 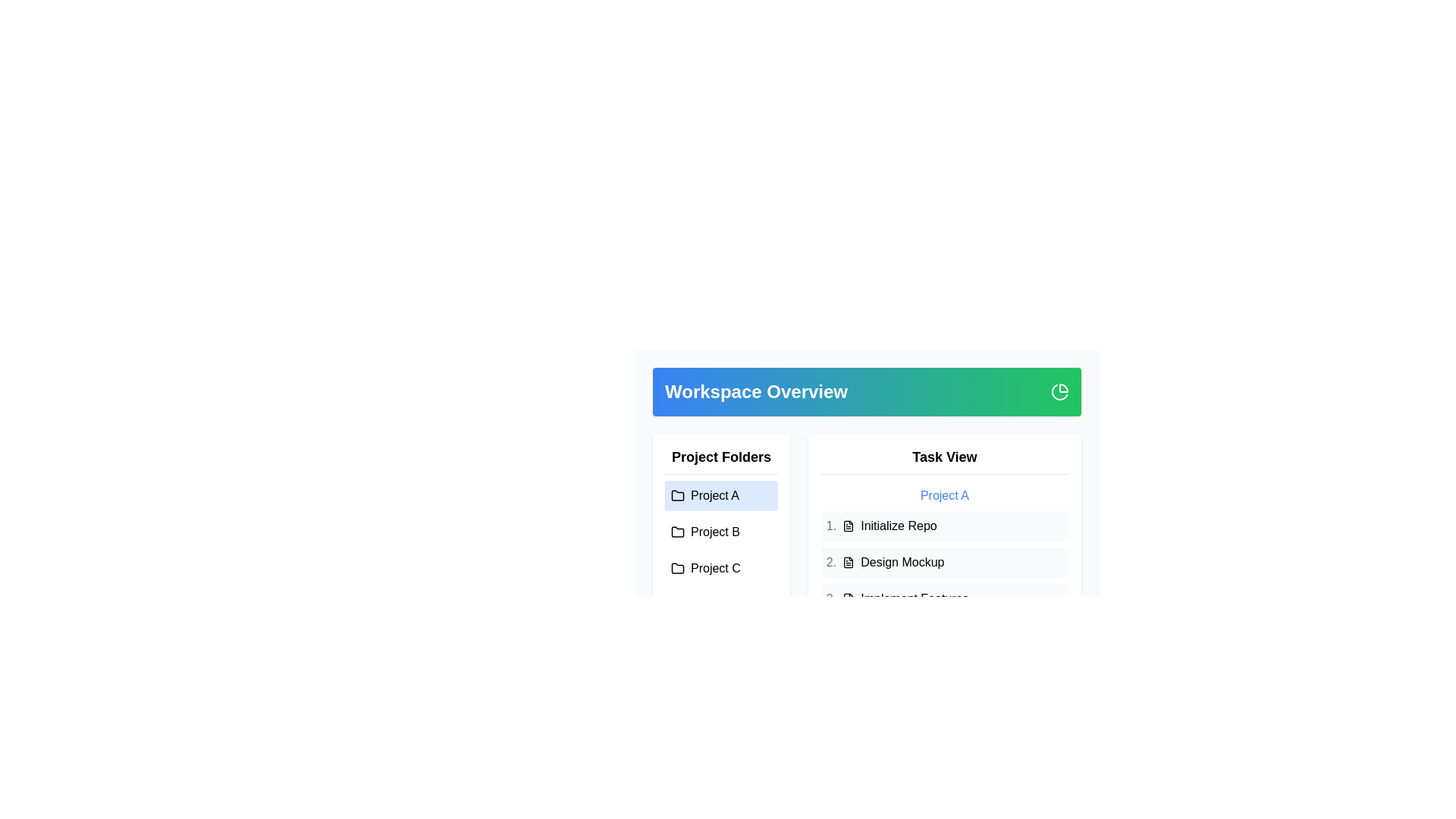 What do you see at coordinates (676, 567) in the screenshot?
I see `the folder icon in the 'Project Folders' section` at bounding box center [676, 567].